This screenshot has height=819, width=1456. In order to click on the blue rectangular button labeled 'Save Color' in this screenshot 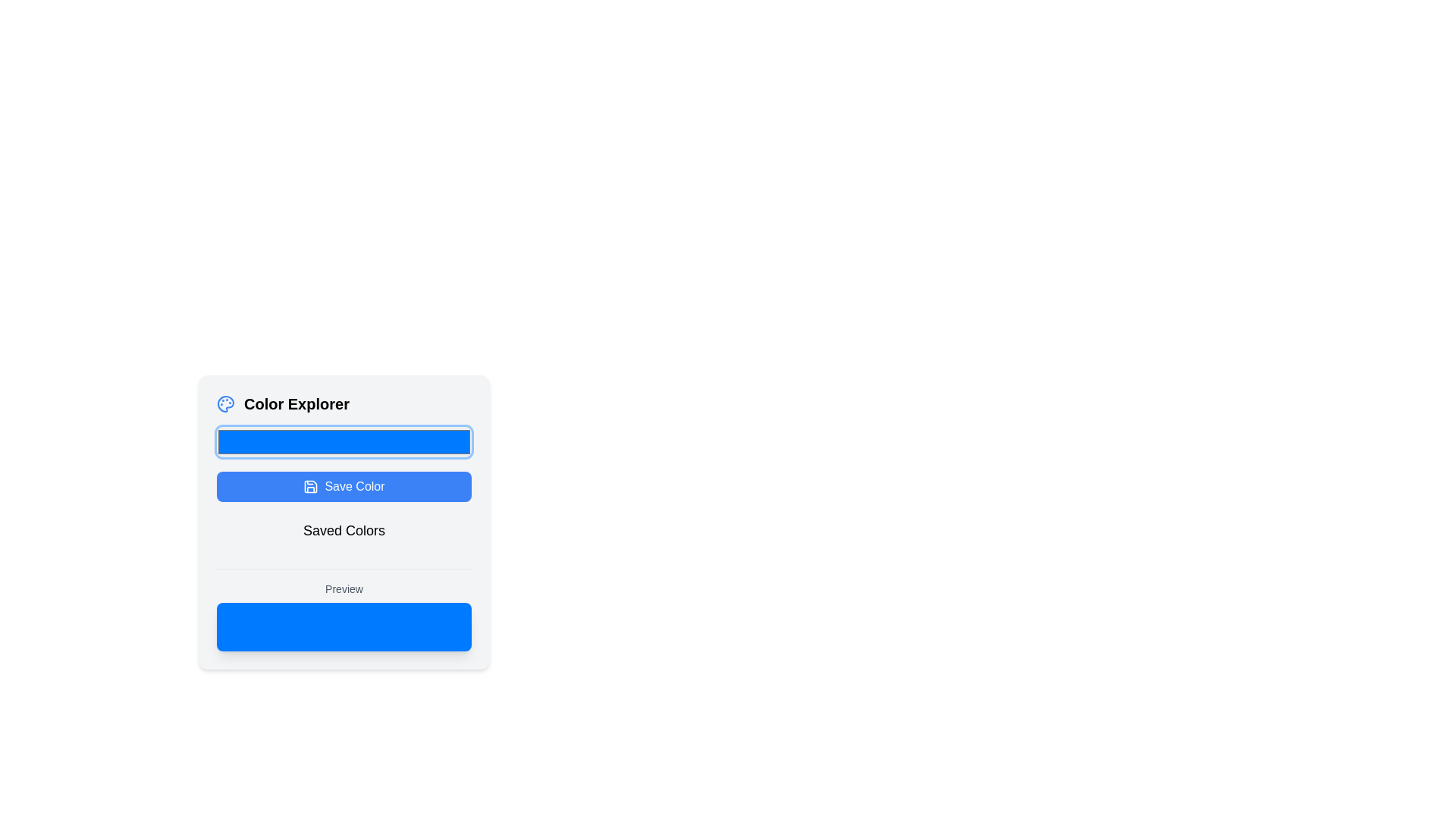, I will do `click(344, 486)`.